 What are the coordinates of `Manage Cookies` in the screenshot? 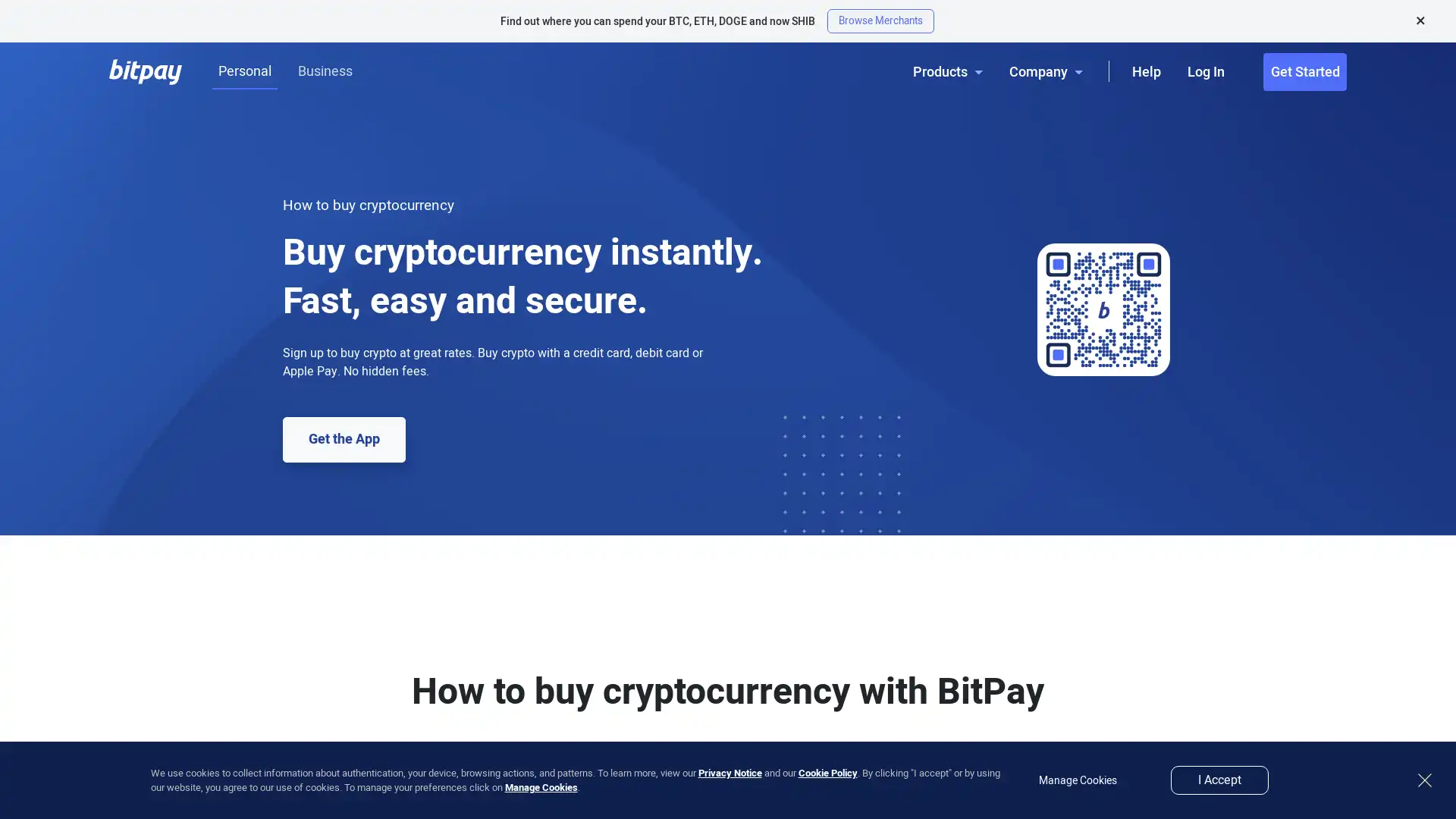 It's located at (541, 786).